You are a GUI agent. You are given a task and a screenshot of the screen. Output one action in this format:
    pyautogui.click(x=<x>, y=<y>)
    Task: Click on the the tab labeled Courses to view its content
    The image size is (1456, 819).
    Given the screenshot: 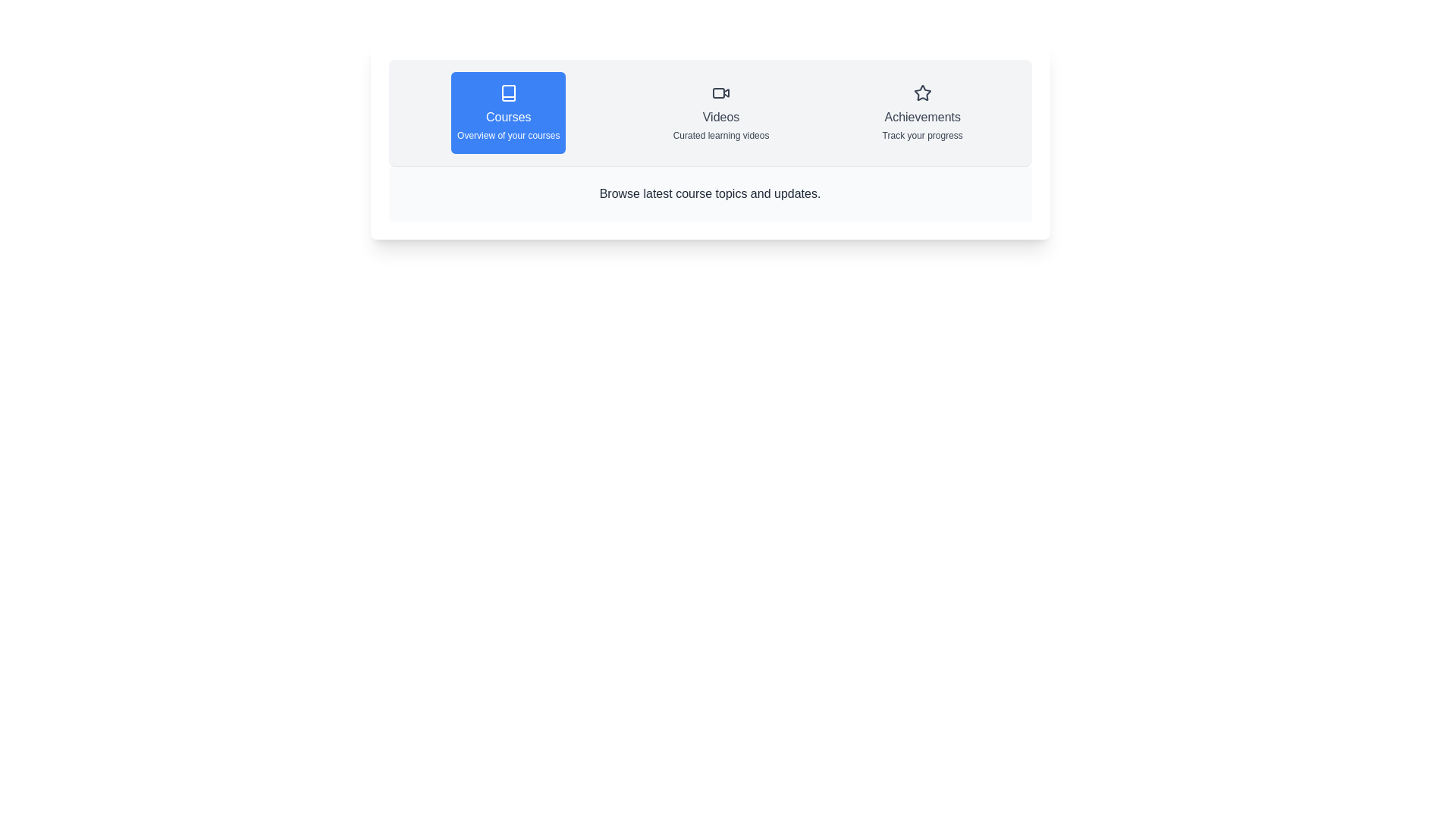 What is the action you would take?
    pyautogui.click(x=508, y=112)
    